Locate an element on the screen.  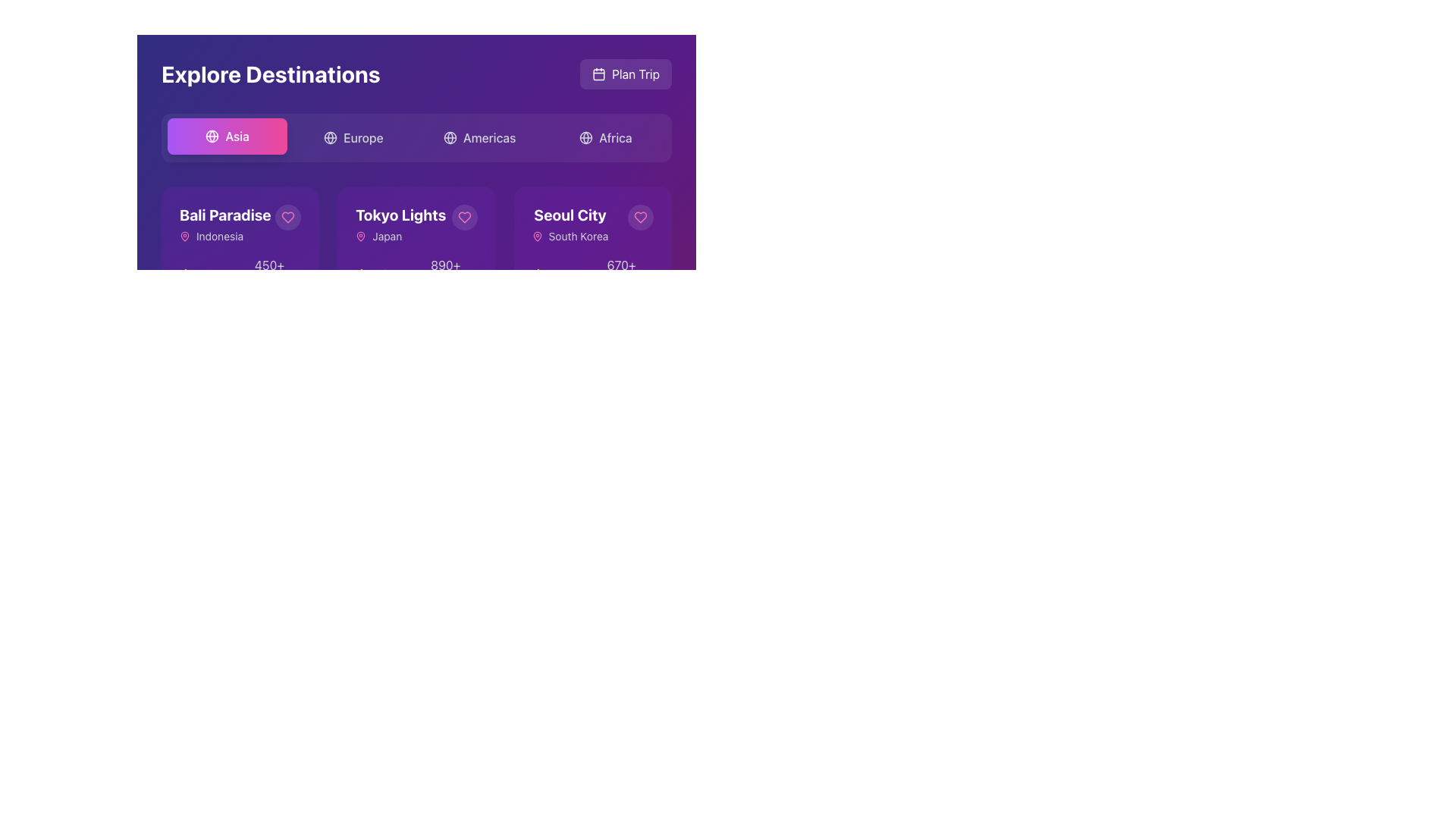
the informational label displaying the rating and popularity metrics for the 'Tokyo Lights' destination, located below the title and above the weather and pricing information is located at coordinates (416, 275).